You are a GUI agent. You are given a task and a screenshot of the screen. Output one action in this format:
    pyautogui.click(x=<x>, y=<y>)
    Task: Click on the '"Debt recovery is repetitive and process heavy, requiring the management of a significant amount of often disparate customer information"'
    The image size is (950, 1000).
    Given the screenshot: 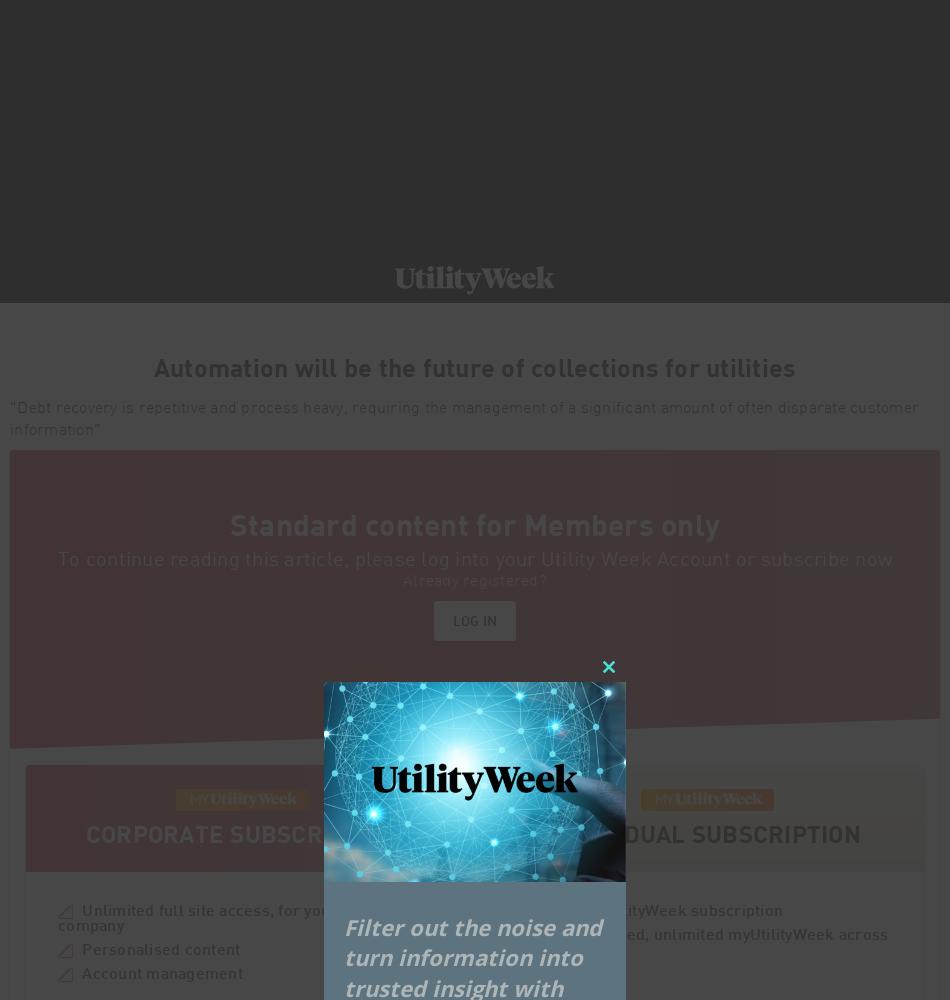 What is the action you would take?
    pyautogui.click(x=9, y=419)
    